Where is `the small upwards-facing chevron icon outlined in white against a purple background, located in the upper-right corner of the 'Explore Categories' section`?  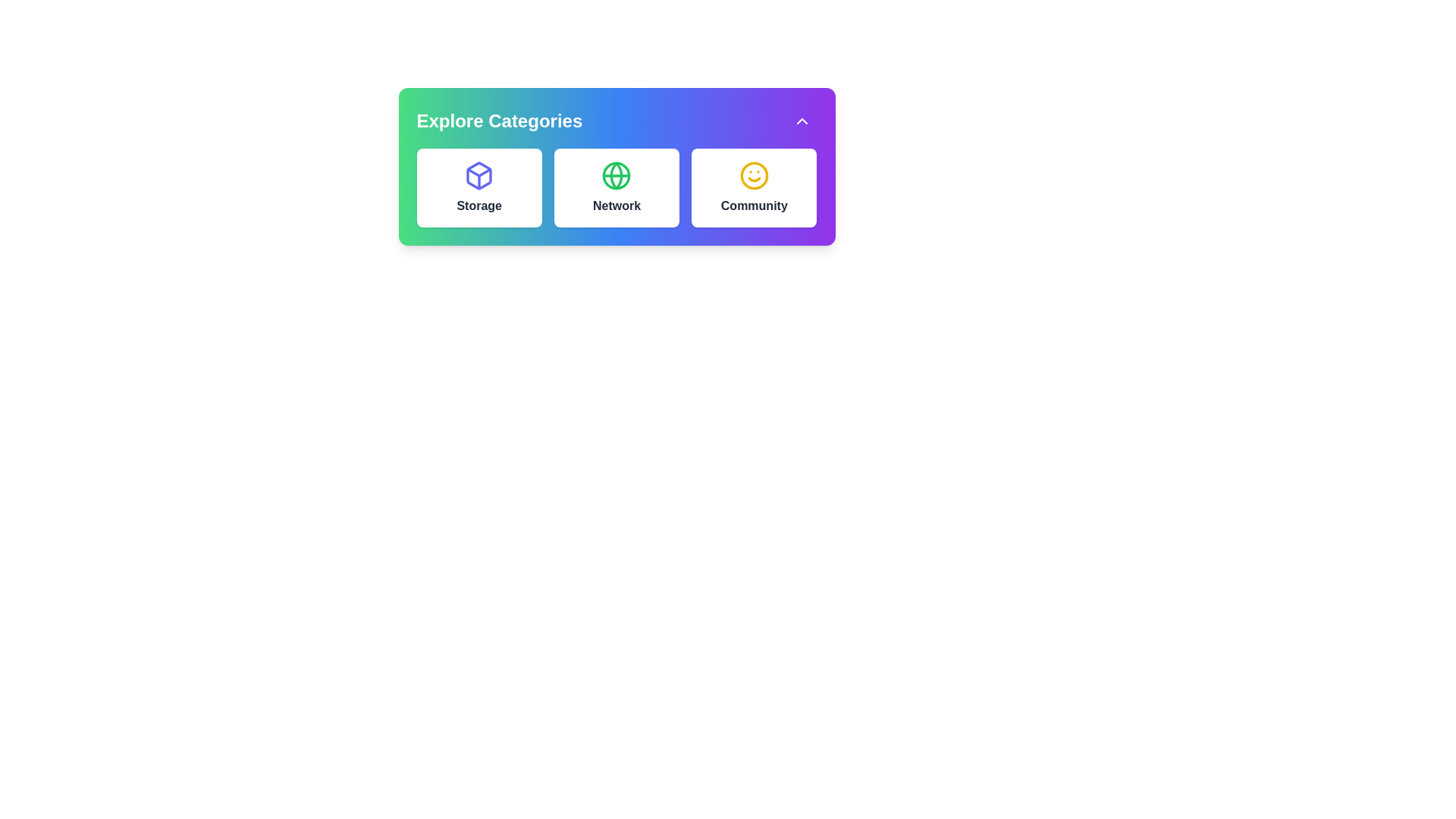 the small upwards-facing chevron icon outlined in white against a purple background, located in the upper-right corner of the 'Explore Categories' section is located at coordinates (801, 120).